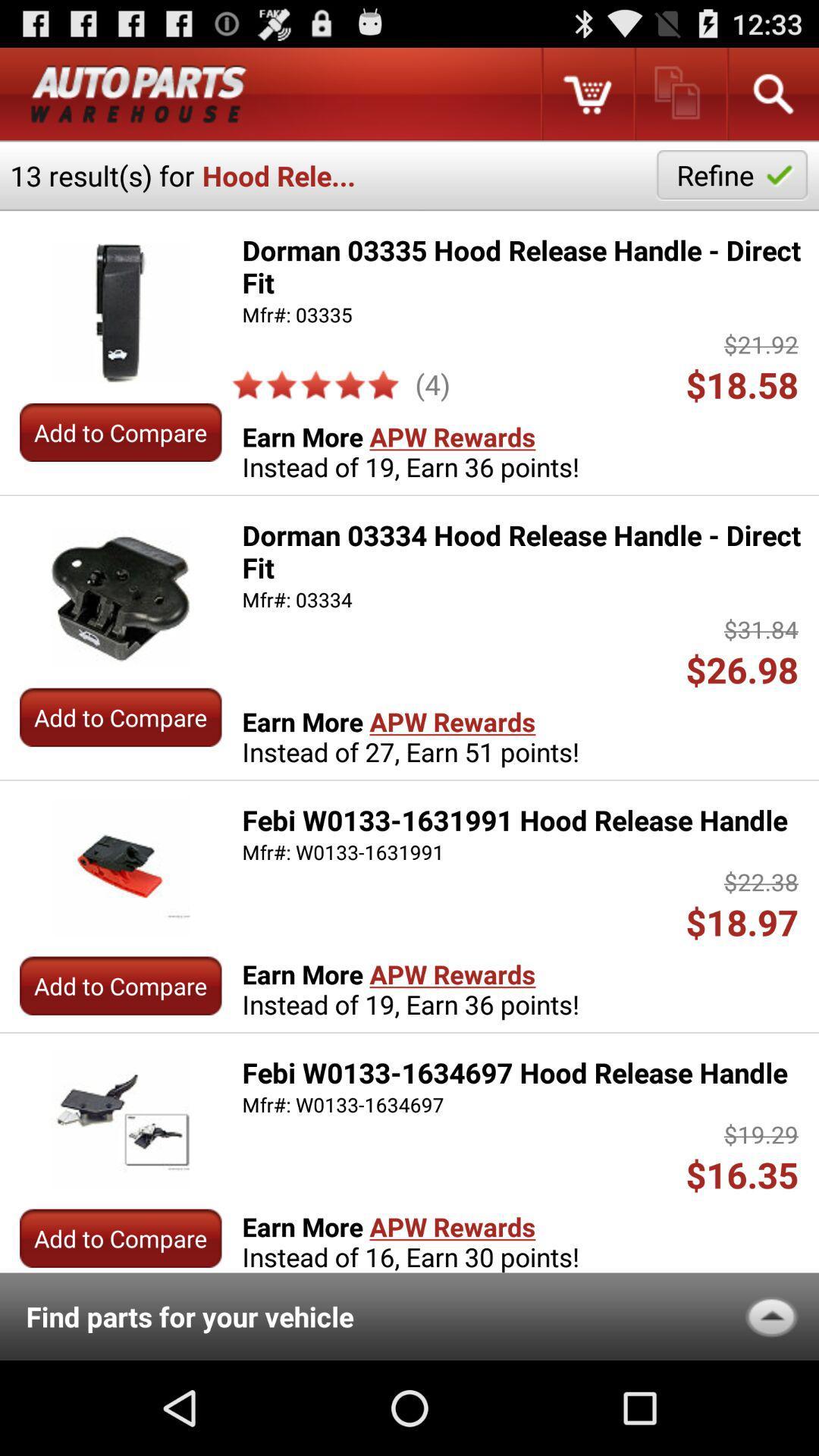 This screenshot has height=1456, width=819. Describe the element at coordinates (139, 93) in the screenshot. I see `home` at that location.